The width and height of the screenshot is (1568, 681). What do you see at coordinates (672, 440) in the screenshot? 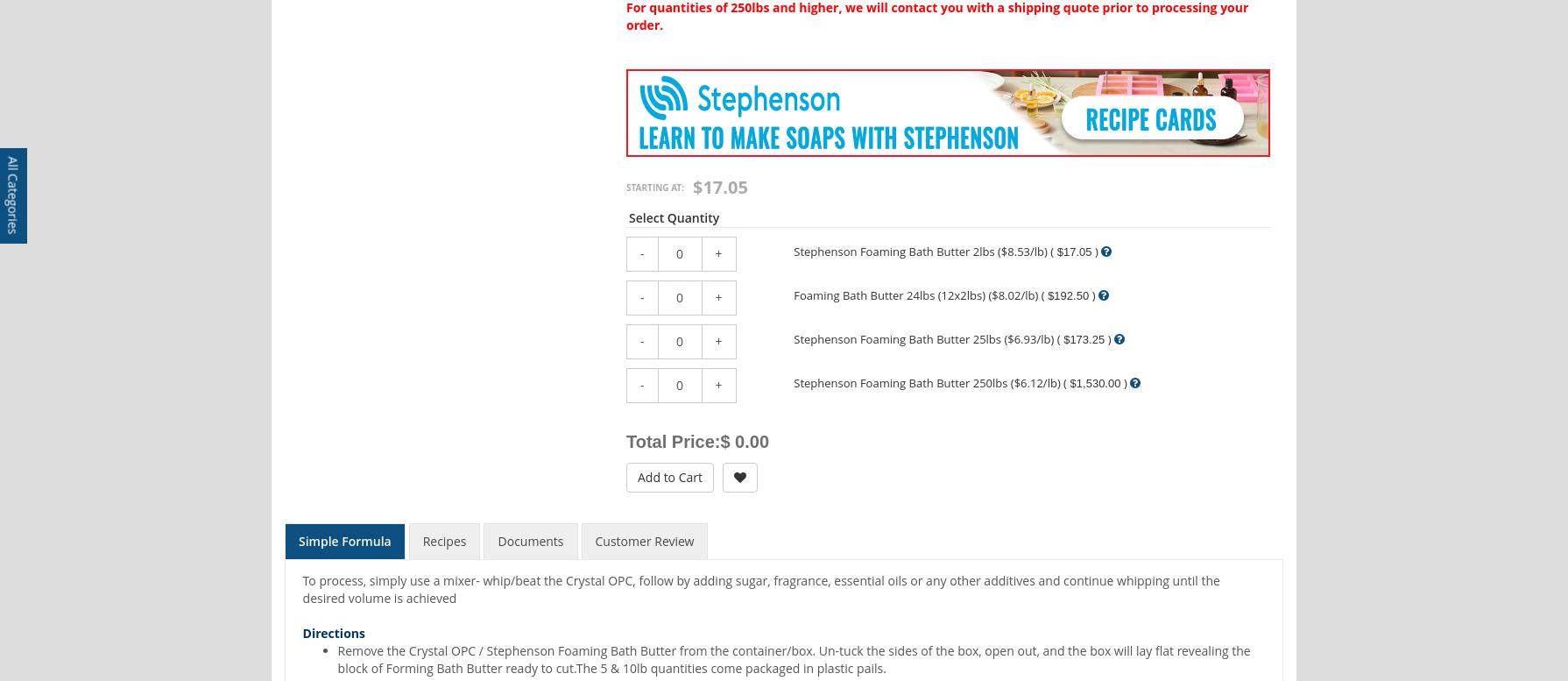
I see `'Total Price:'` at bounding box center [672, 440].